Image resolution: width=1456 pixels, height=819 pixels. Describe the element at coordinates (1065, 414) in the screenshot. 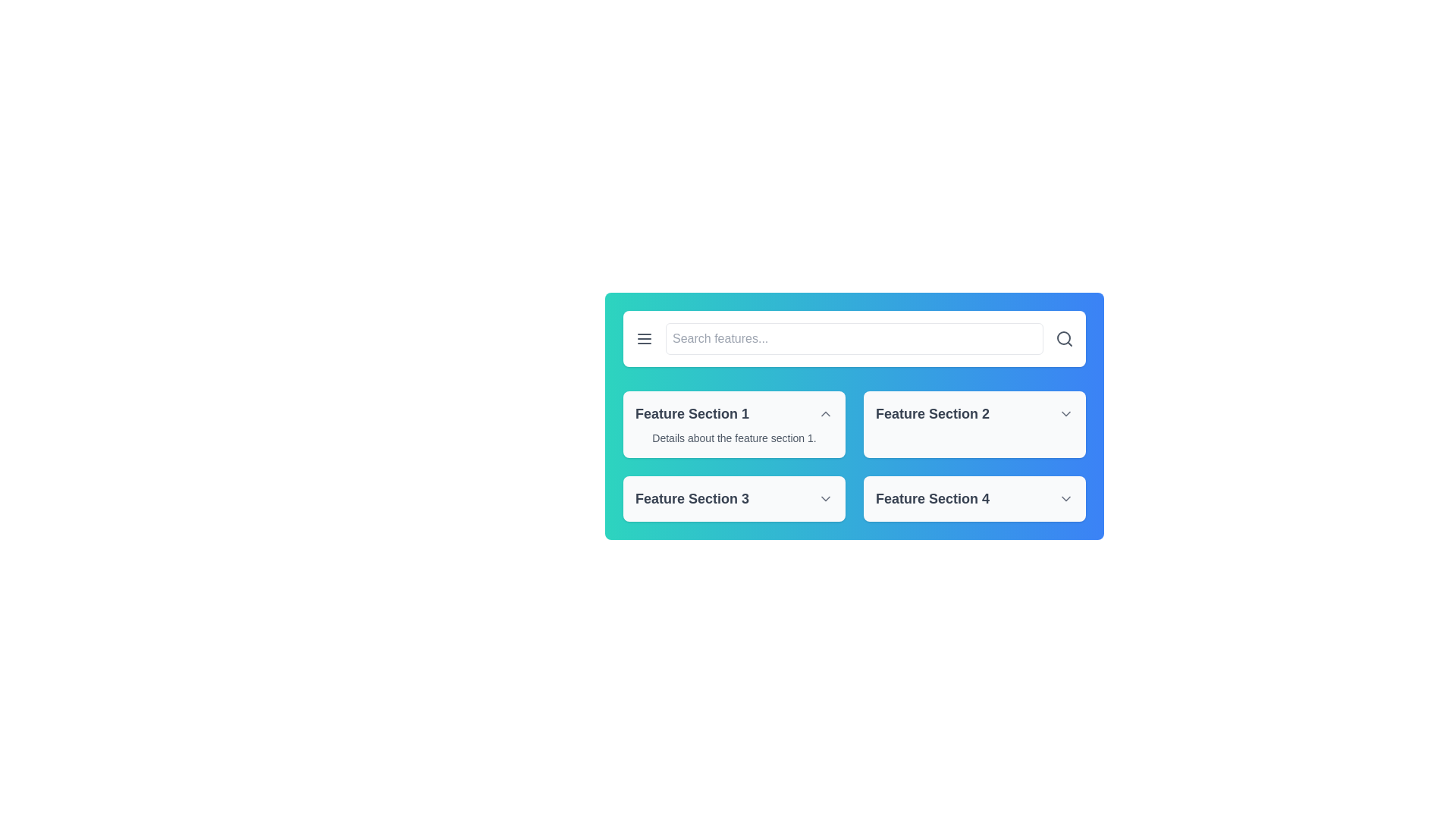

I see `the chevron-down icon located at the right end of the 'Feature Section 2' button` at that location.